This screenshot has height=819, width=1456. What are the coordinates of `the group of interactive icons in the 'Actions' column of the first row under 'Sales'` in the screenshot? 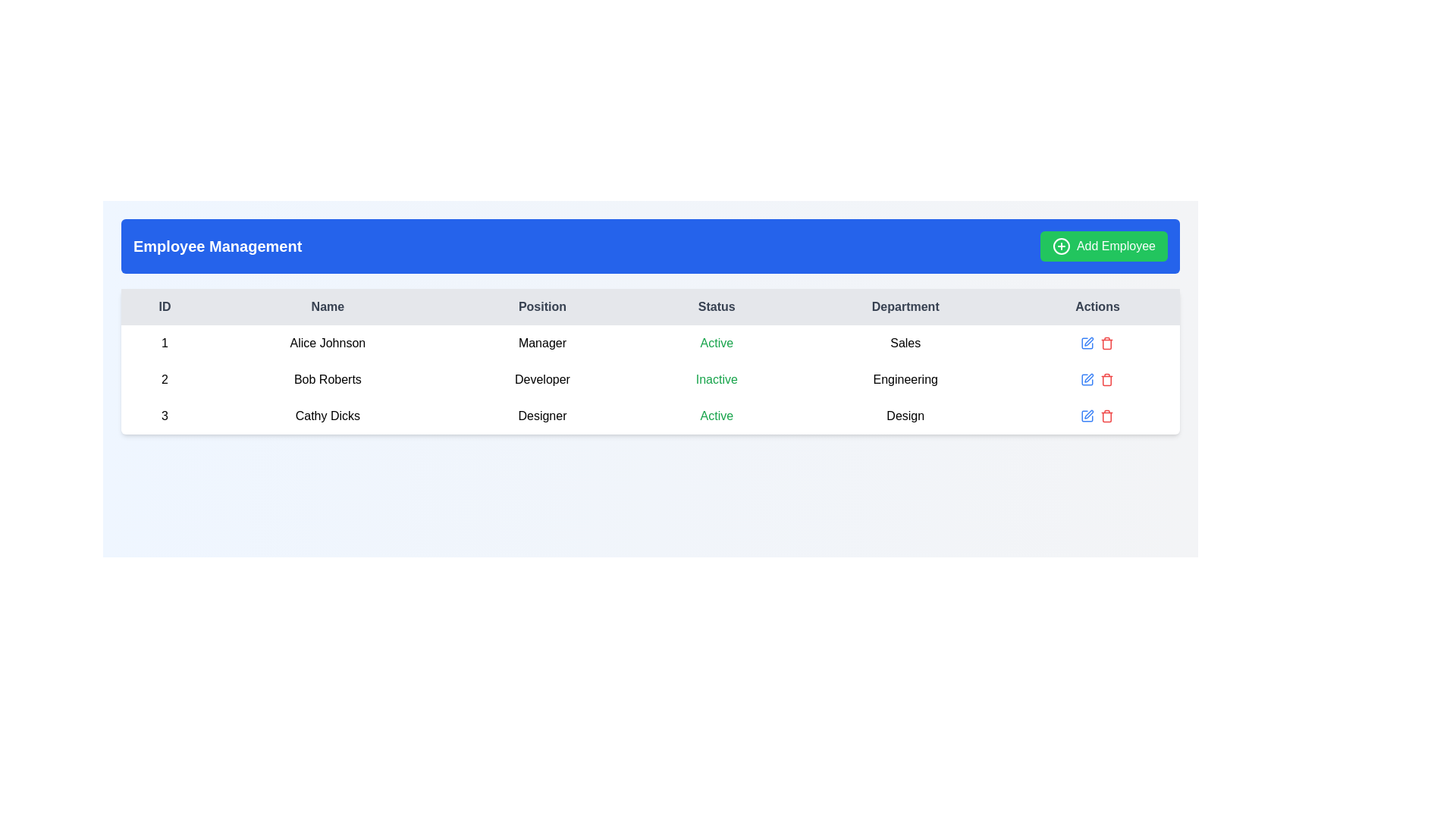 It's located at (1097, 343).